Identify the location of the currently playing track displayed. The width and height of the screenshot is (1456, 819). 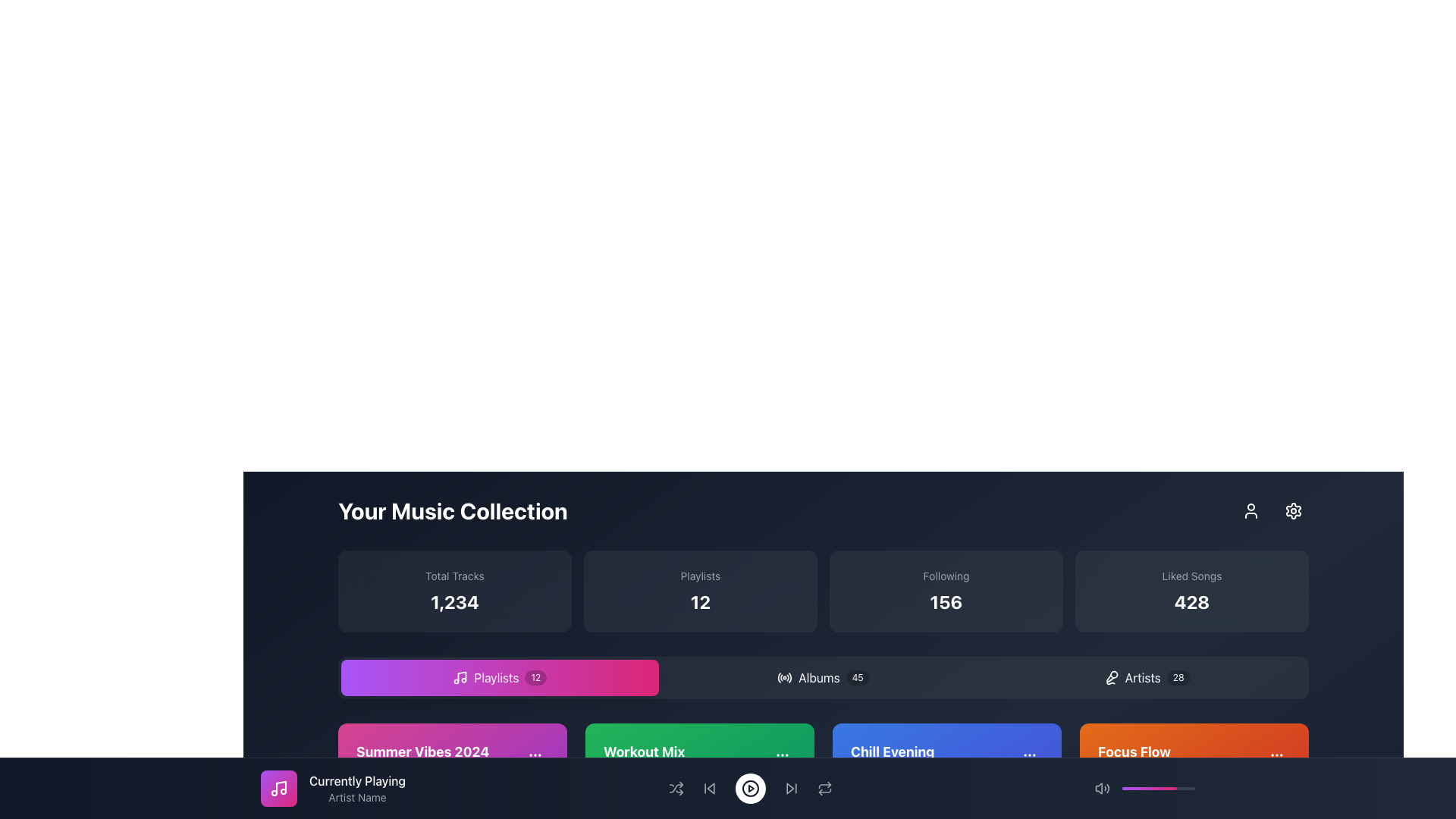
(356, 788).